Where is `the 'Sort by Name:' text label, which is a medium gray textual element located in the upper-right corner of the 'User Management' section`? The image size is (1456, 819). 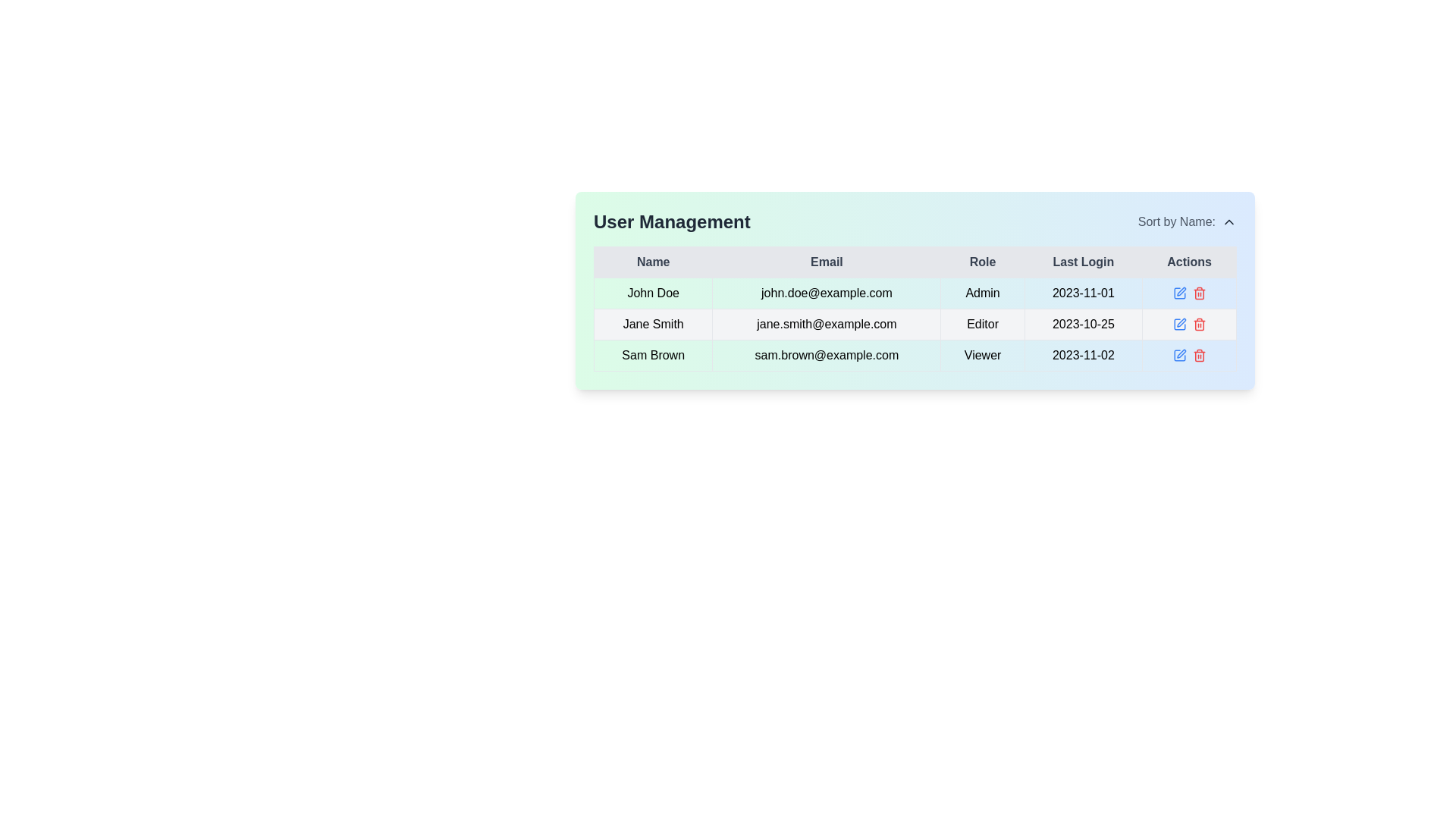
the 'Sort by Name:' text label, which is a medium gray textual element located in the upper-right corner of the 'User Management' section is located at coordinates (1175, 222).